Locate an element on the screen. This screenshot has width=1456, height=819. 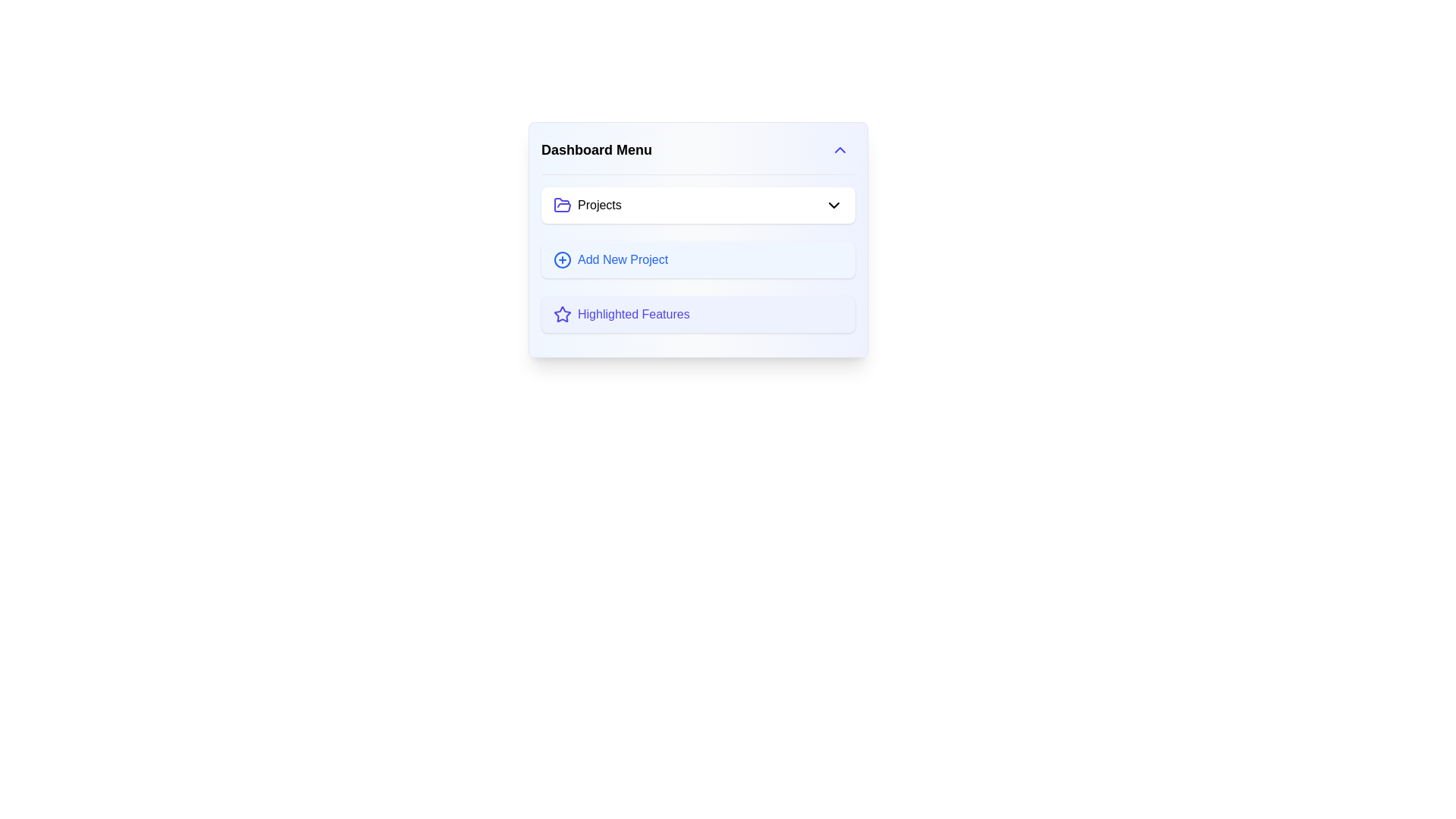
the button that contains the visual icon for 'Add New Project', located to the left of the text in the second row of the vertical list under the 'Dashboard Menu' is located at coordinates (562, 259).